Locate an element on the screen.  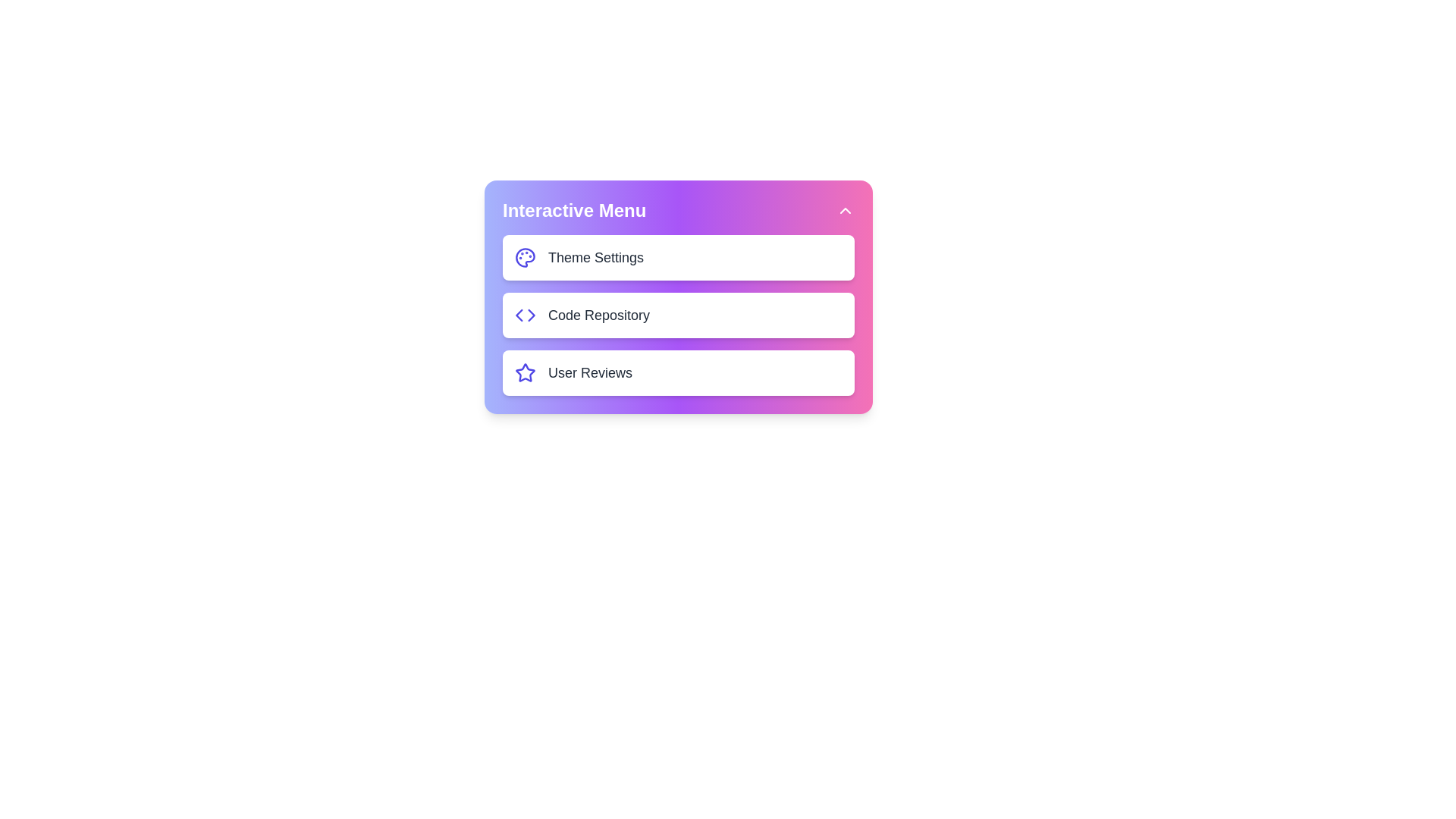
the menu item User Reviews to observe visual feedback is located at coordinates (677, 373).